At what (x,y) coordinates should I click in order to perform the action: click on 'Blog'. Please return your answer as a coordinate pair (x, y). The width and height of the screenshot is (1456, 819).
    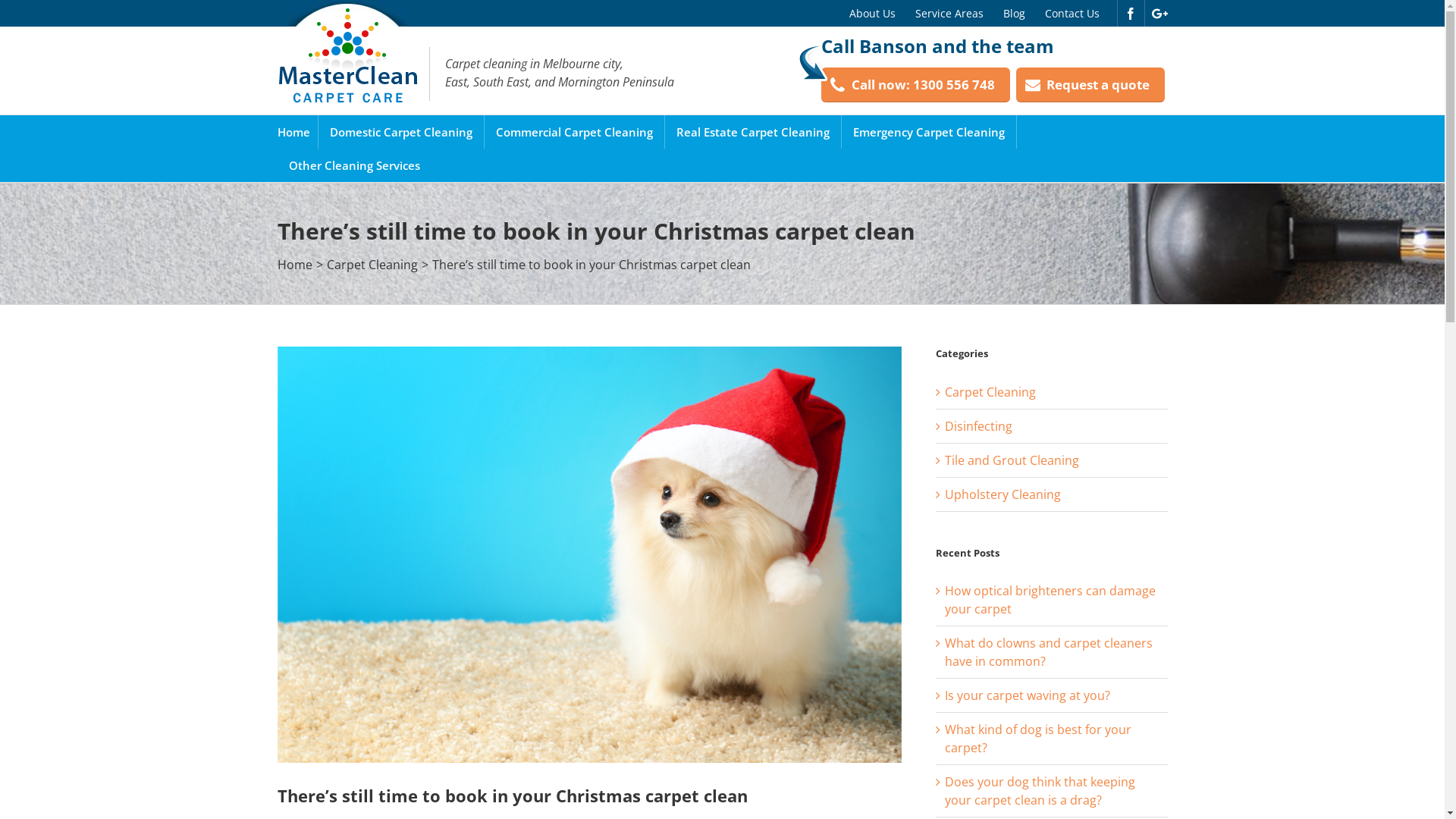
    Looking at the image, I should click on (1014, 13).